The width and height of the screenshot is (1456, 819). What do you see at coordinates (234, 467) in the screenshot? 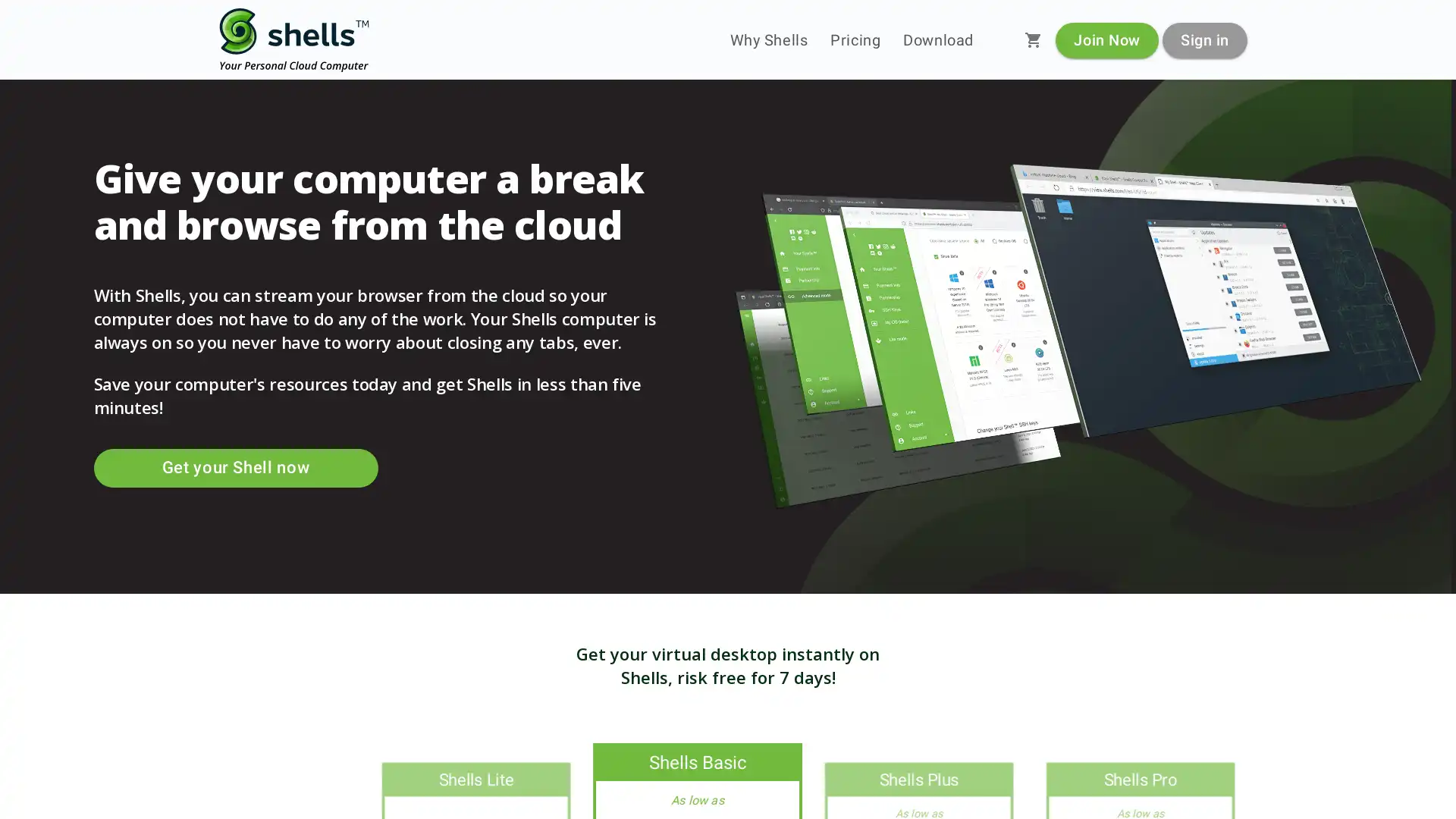
I see `Get your Shell now` at bounding box center [234, 467].